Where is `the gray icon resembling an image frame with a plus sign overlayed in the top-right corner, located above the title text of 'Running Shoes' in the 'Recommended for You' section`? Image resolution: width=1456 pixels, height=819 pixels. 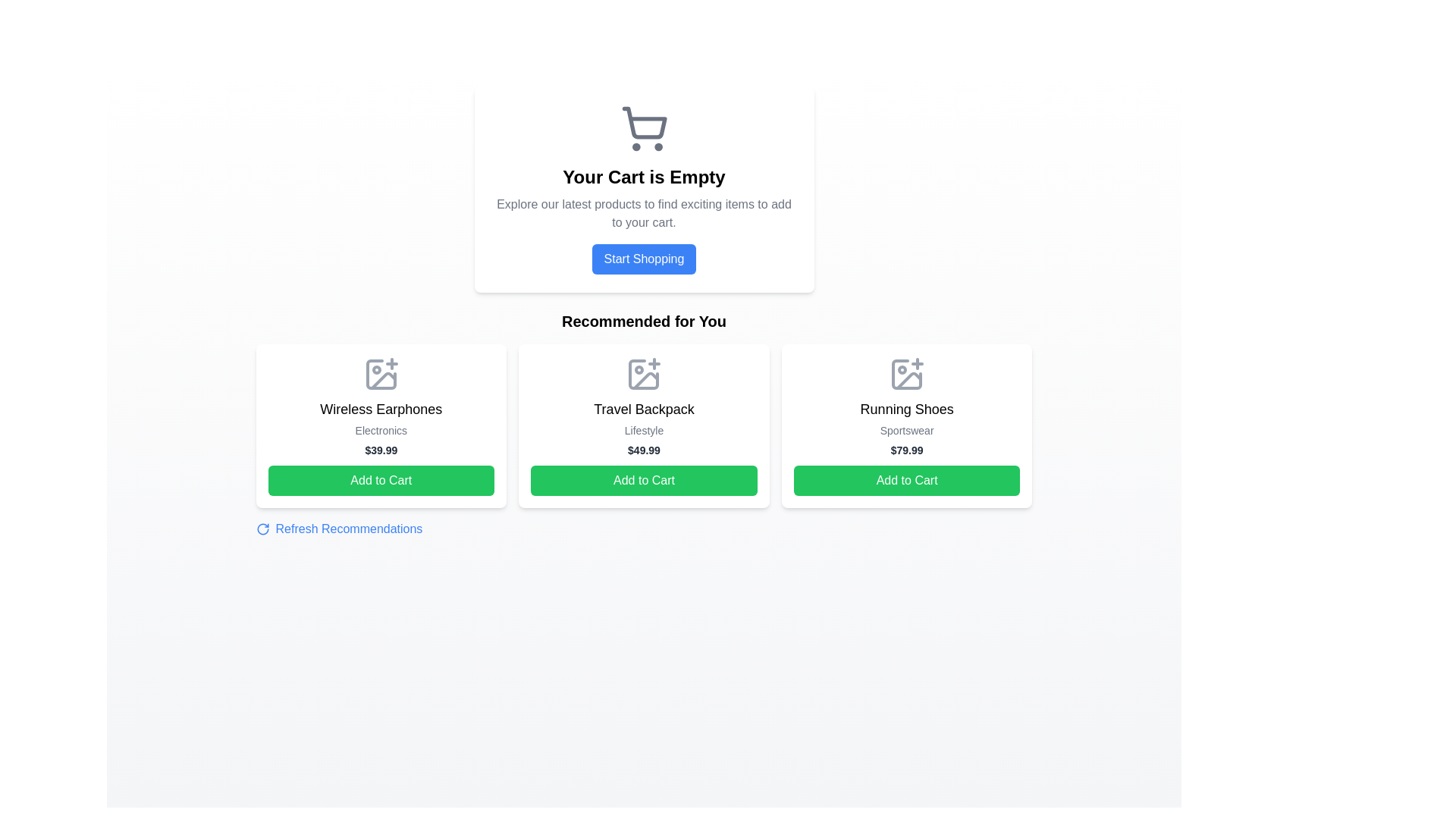
the gray icon resembling an image frame with a plus sign overlayed in the top-right corner, located above the title text of 'Running Shoes' in the 'Recommended for You' section is located at coordinates (907, 374).